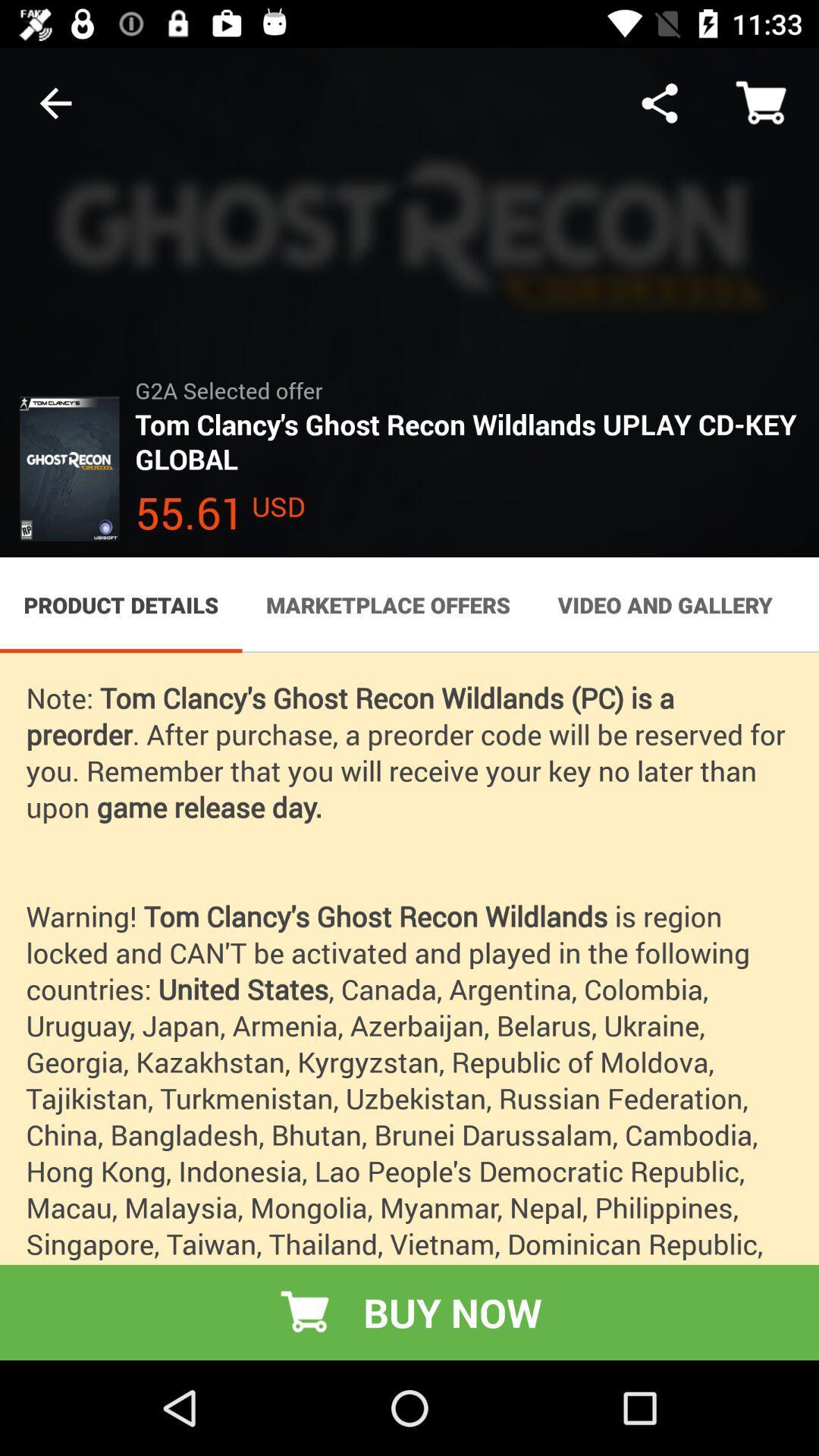 This screenshot has height=1456, width=819. Describe the element at coordinates (409, 1006) in the screenshot. I see `icon below product details item` at that location.